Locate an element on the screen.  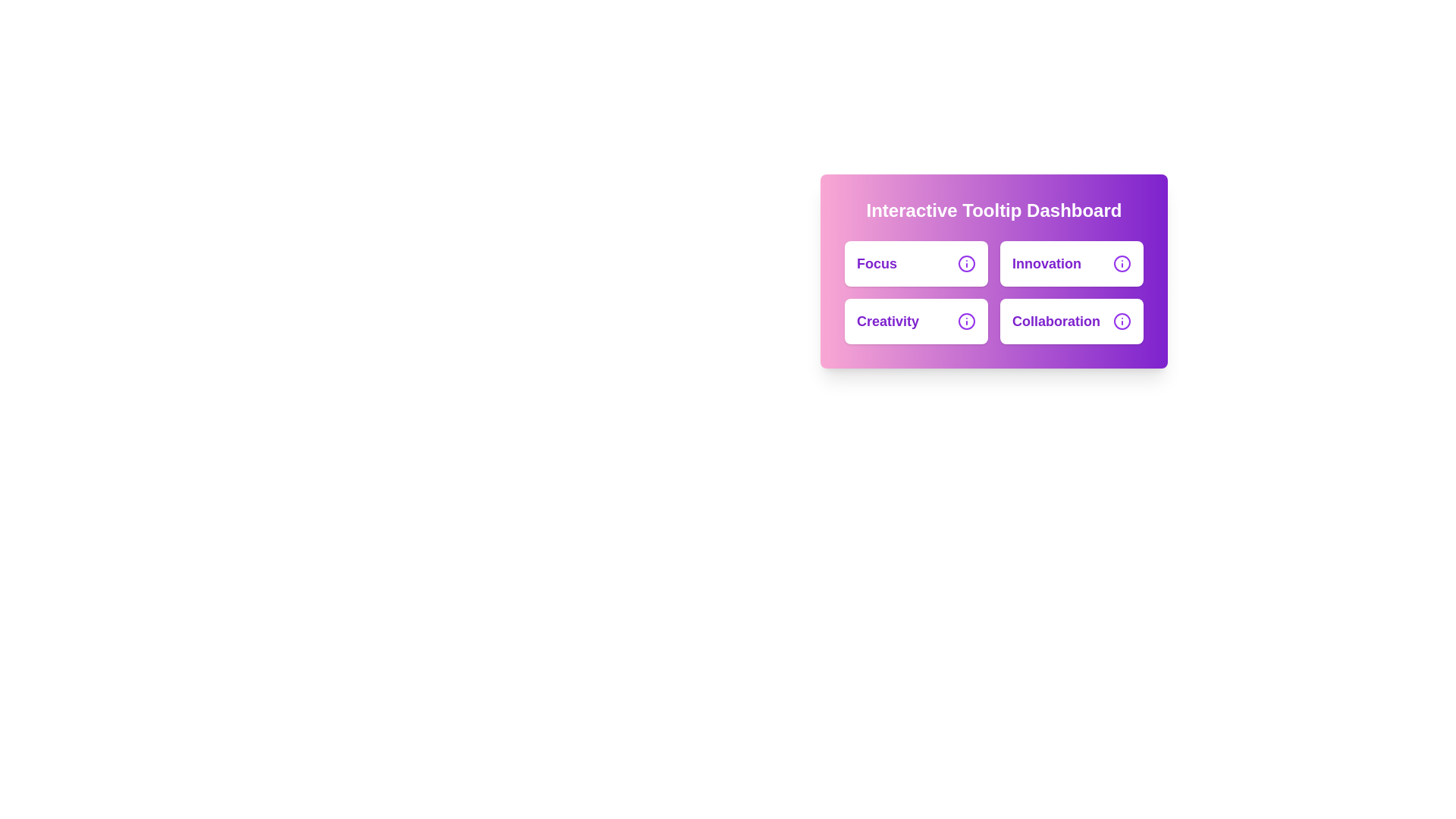
the 'Creativity' text on the card with a white background and purple text located in the bottom-left quadrant of the grid to focus on it is located at coordinates (915, 321).